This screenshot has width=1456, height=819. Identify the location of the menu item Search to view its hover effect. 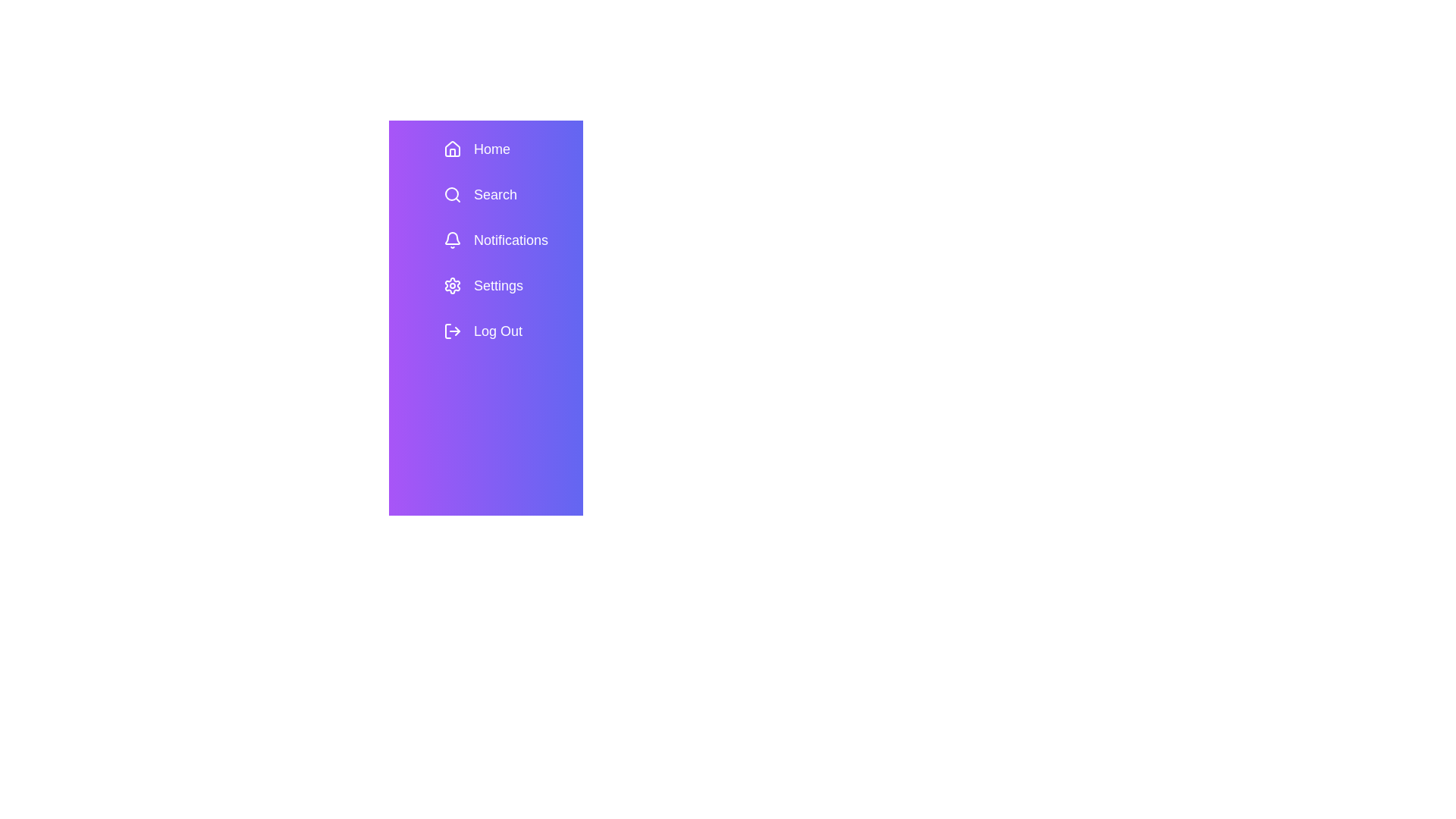
(507, 194).